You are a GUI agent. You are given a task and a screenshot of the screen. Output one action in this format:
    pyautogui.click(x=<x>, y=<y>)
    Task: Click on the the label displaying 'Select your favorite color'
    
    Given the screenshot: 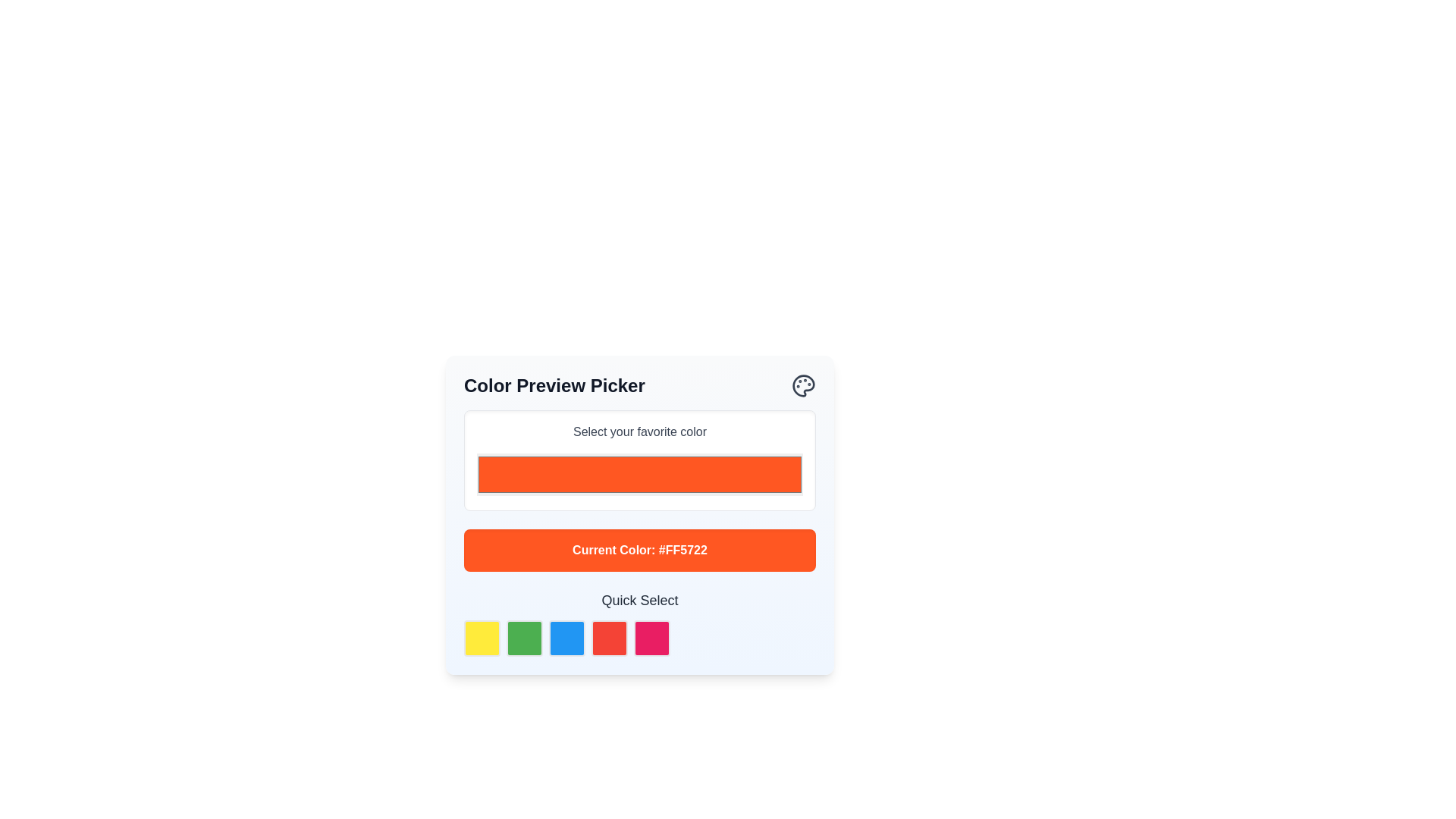 What is the action you would take?
    pyautogui.click(x=640, y=432)
    